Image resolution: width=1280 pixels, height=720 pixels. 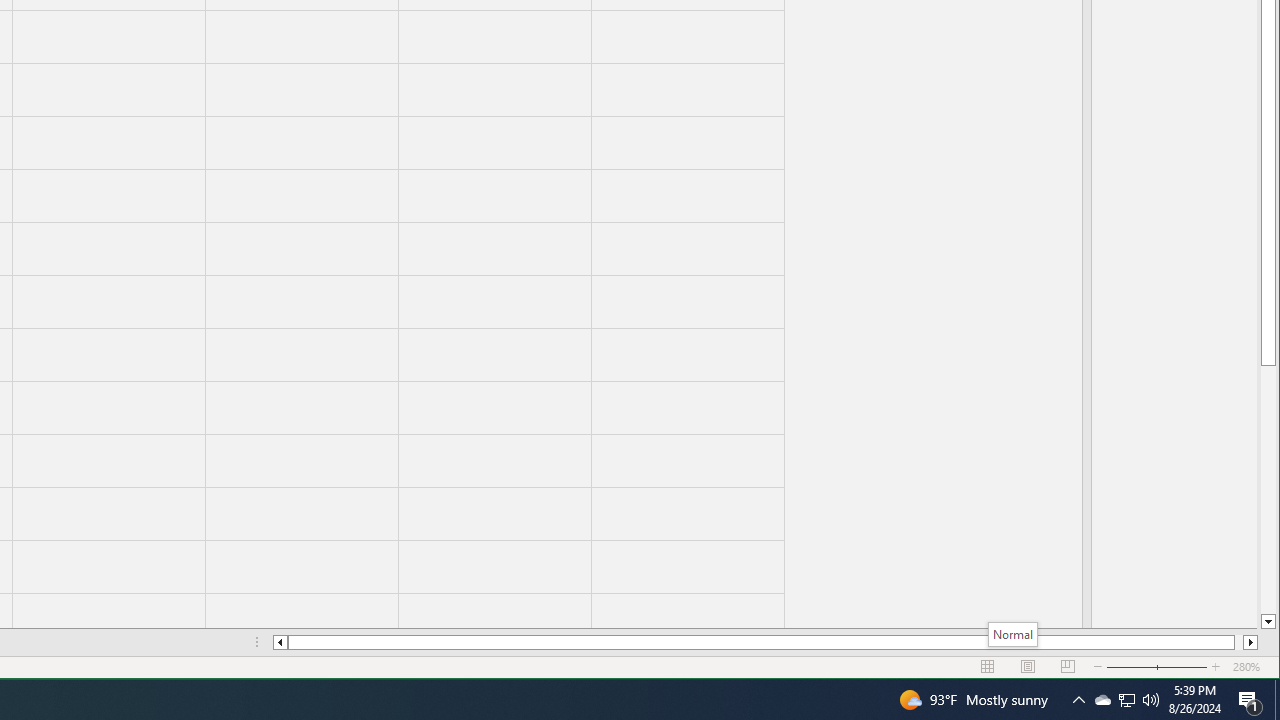 I want to click on 'Line down', so click(x=1267, y=621).